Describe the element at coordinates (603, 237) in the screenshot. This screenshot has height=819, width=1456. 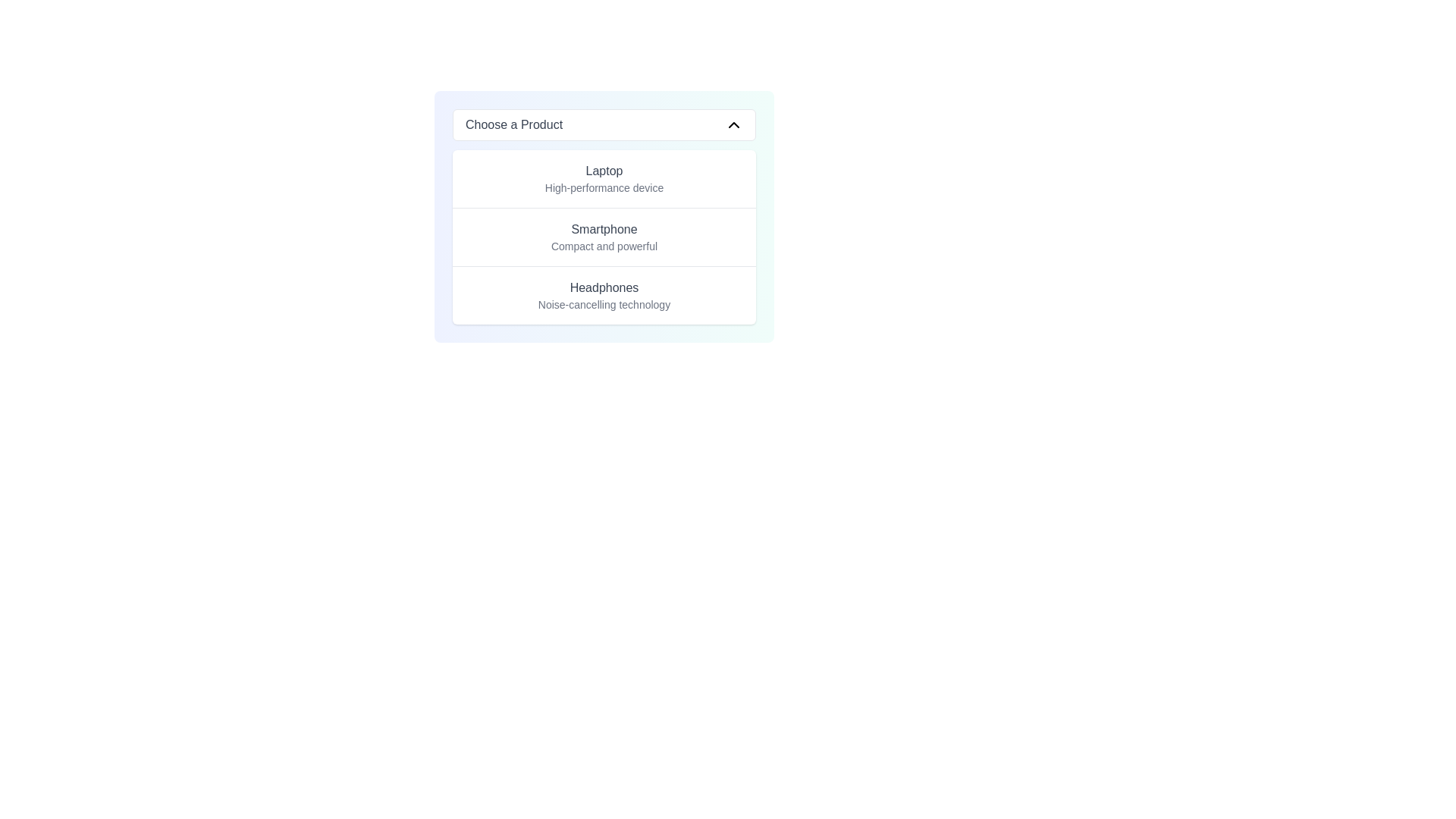
I see `the 'Smartphone' menu item in the dropdown labeled 'Choose a Product'` at that location.